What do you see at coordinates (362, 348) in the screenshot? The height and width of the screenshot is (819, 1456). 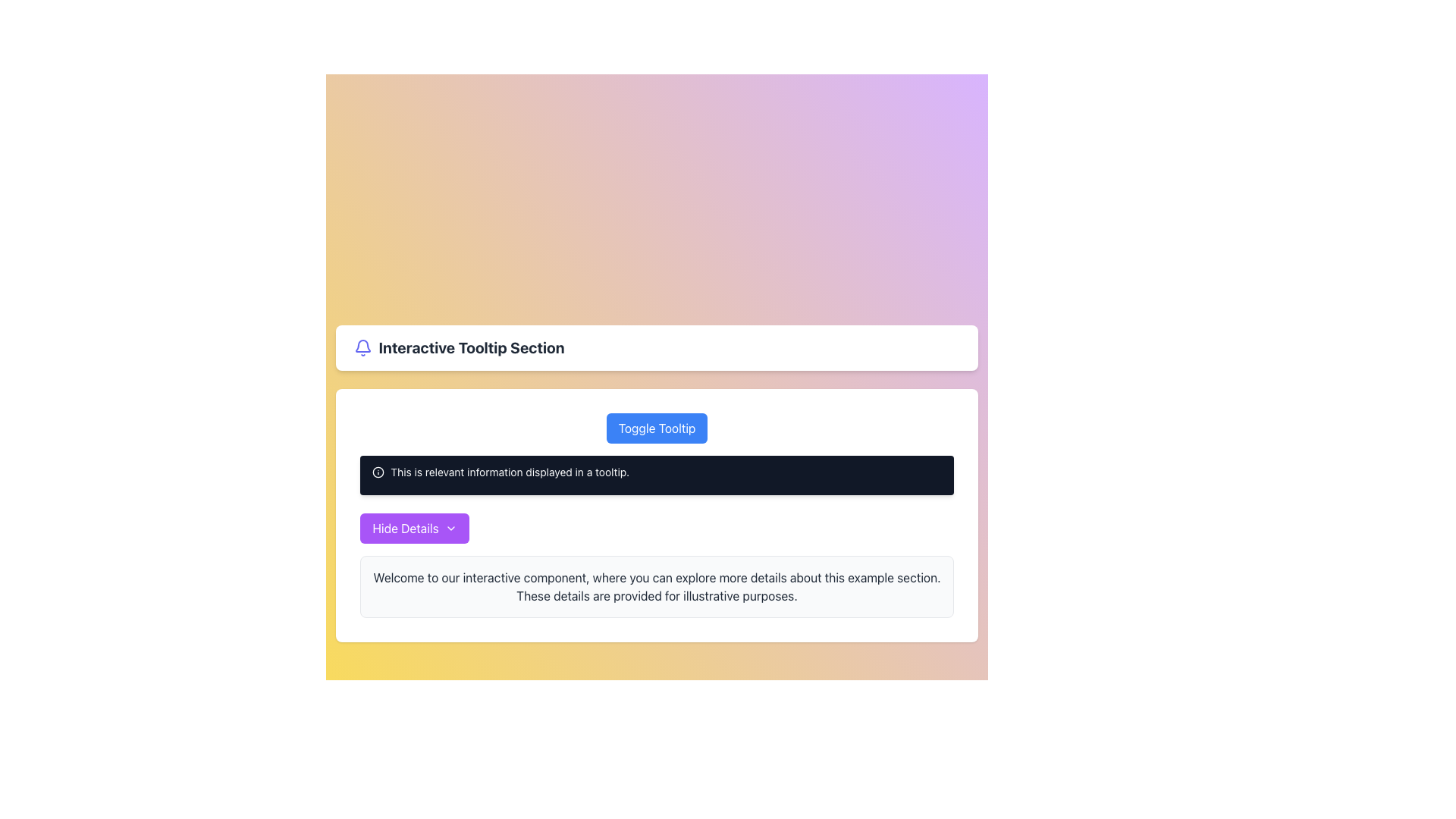 I see `the bell-shaped icon styled in light indigo, located in the header of the 'Interactive Tooltip Section'` at bounding box center [362, 348].